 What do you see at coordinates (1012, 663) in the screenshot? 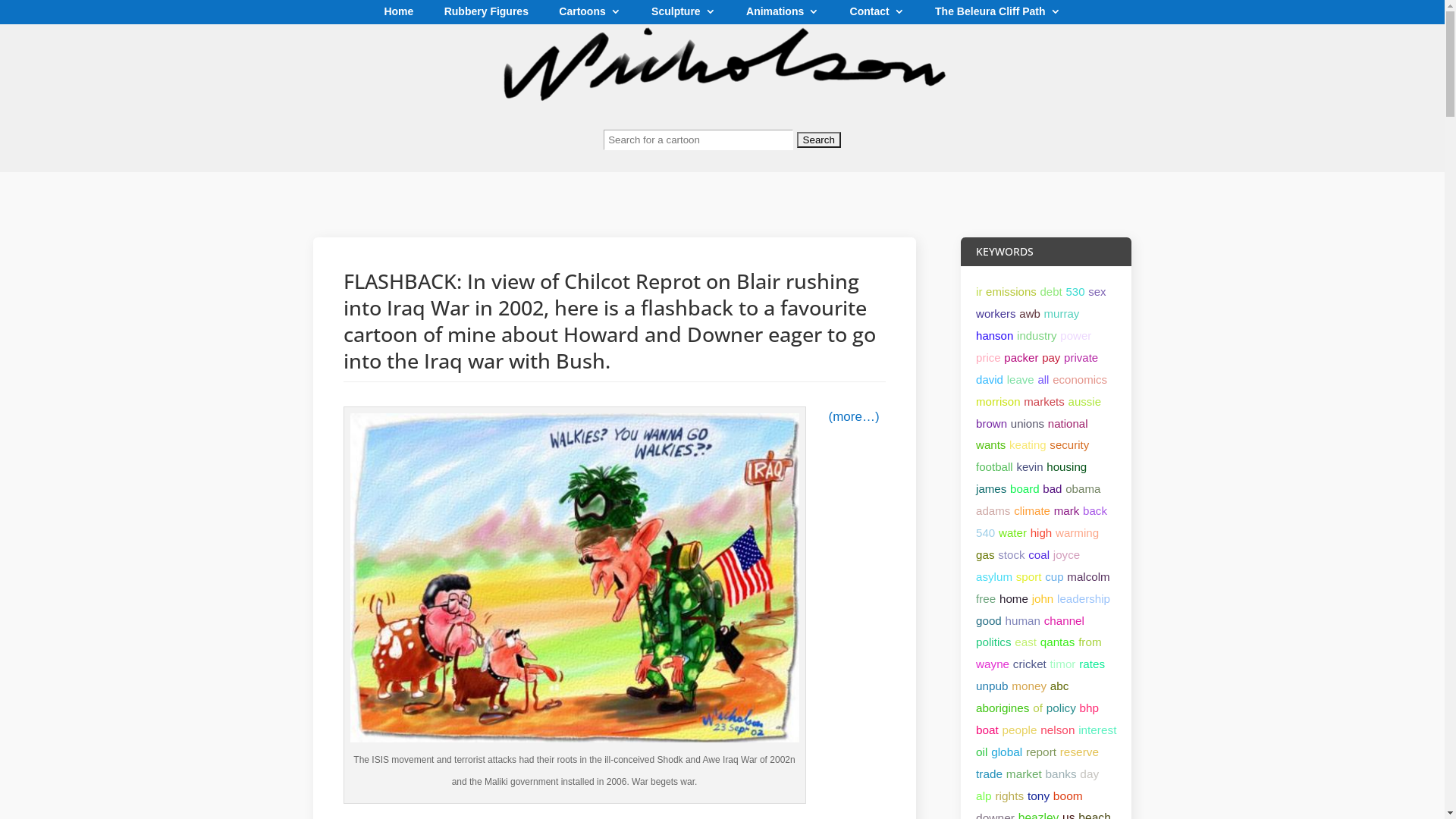
I see `'cricket'` at bounding box center [1012, 663].